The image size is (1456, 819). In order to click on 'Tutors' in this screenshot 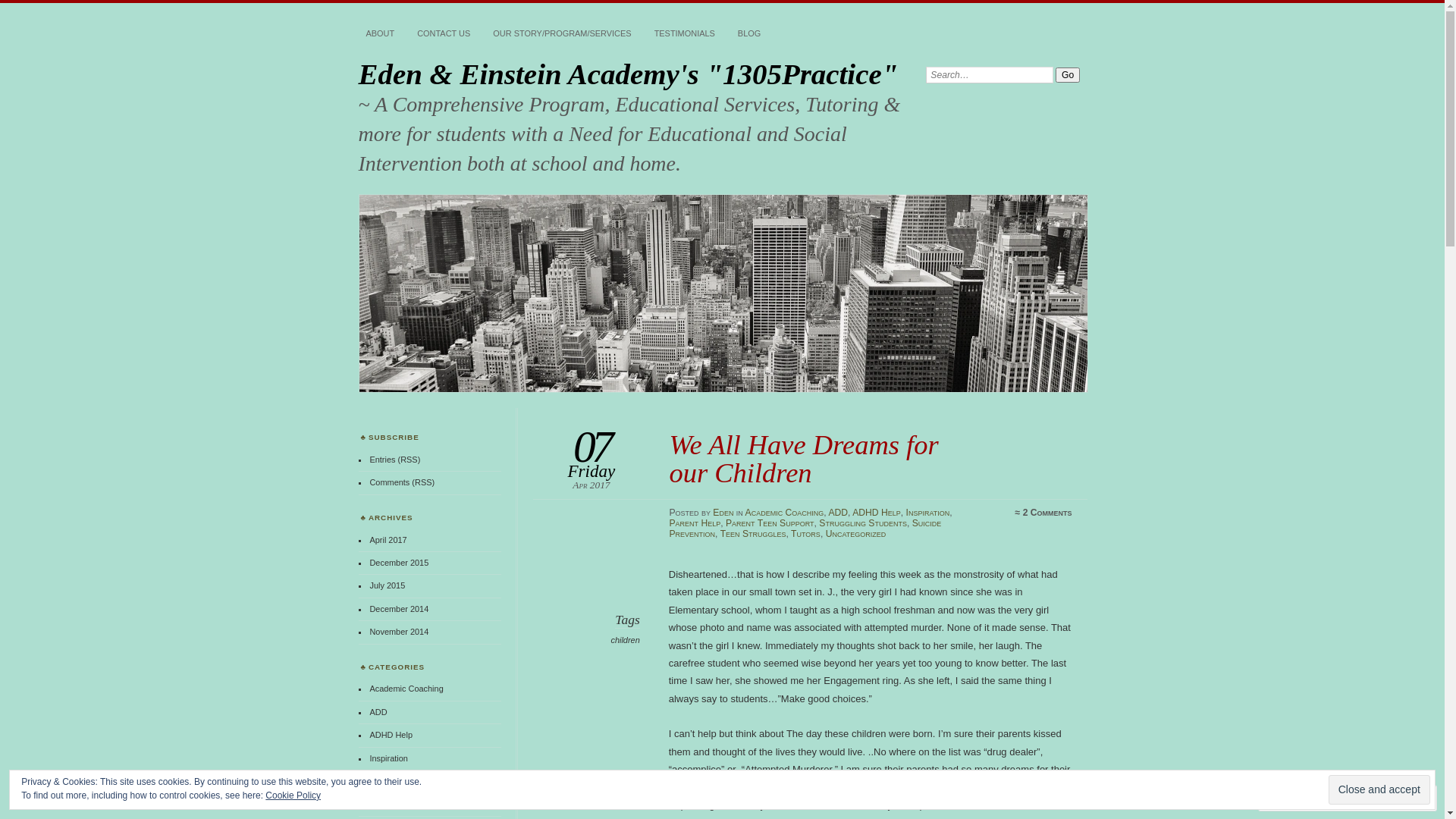, I will do `click(805, 533)`.